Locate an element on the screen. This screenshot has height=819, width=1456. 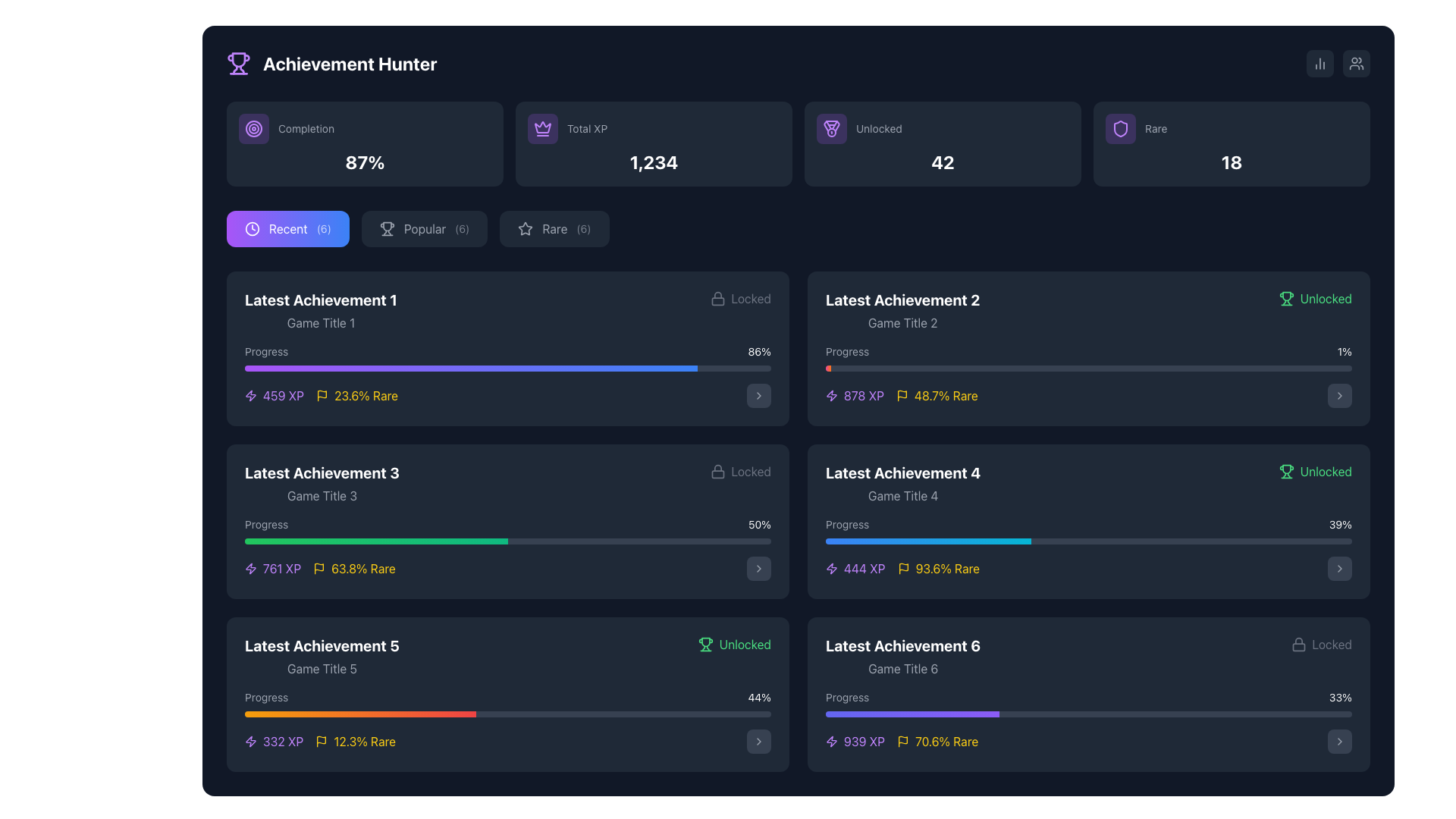
the information displayed on the 'Unlocked' label with a trophy icon, located at the top-right corner of the 'Latest Achievement 4' section is located at coordinates (1314, 470).